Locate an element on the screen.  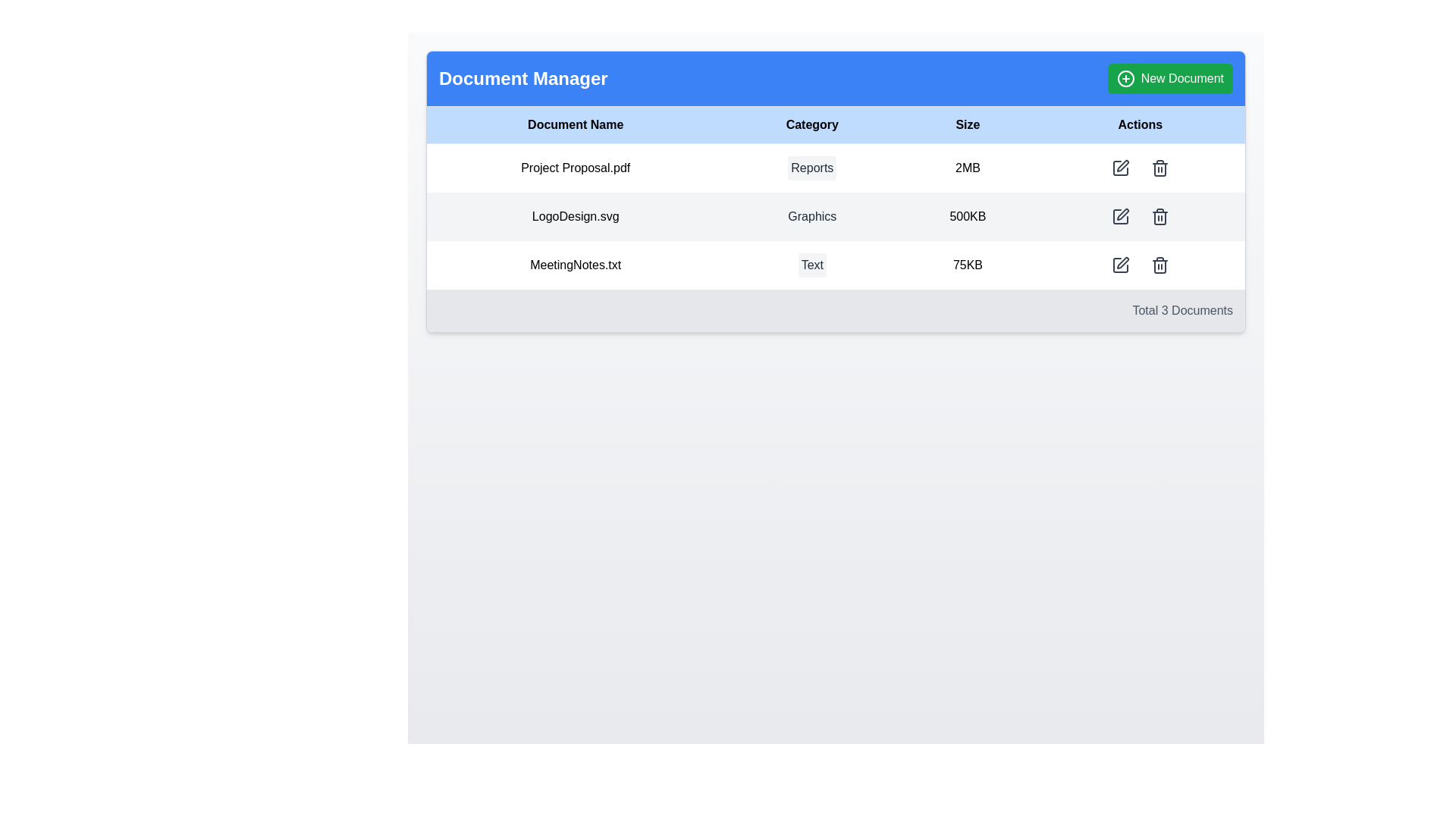
the static text element displaying '75KB' in the 'Size' column of the table related to the file 'MeetingNotes.txt' is located at coordinates (967, 265).